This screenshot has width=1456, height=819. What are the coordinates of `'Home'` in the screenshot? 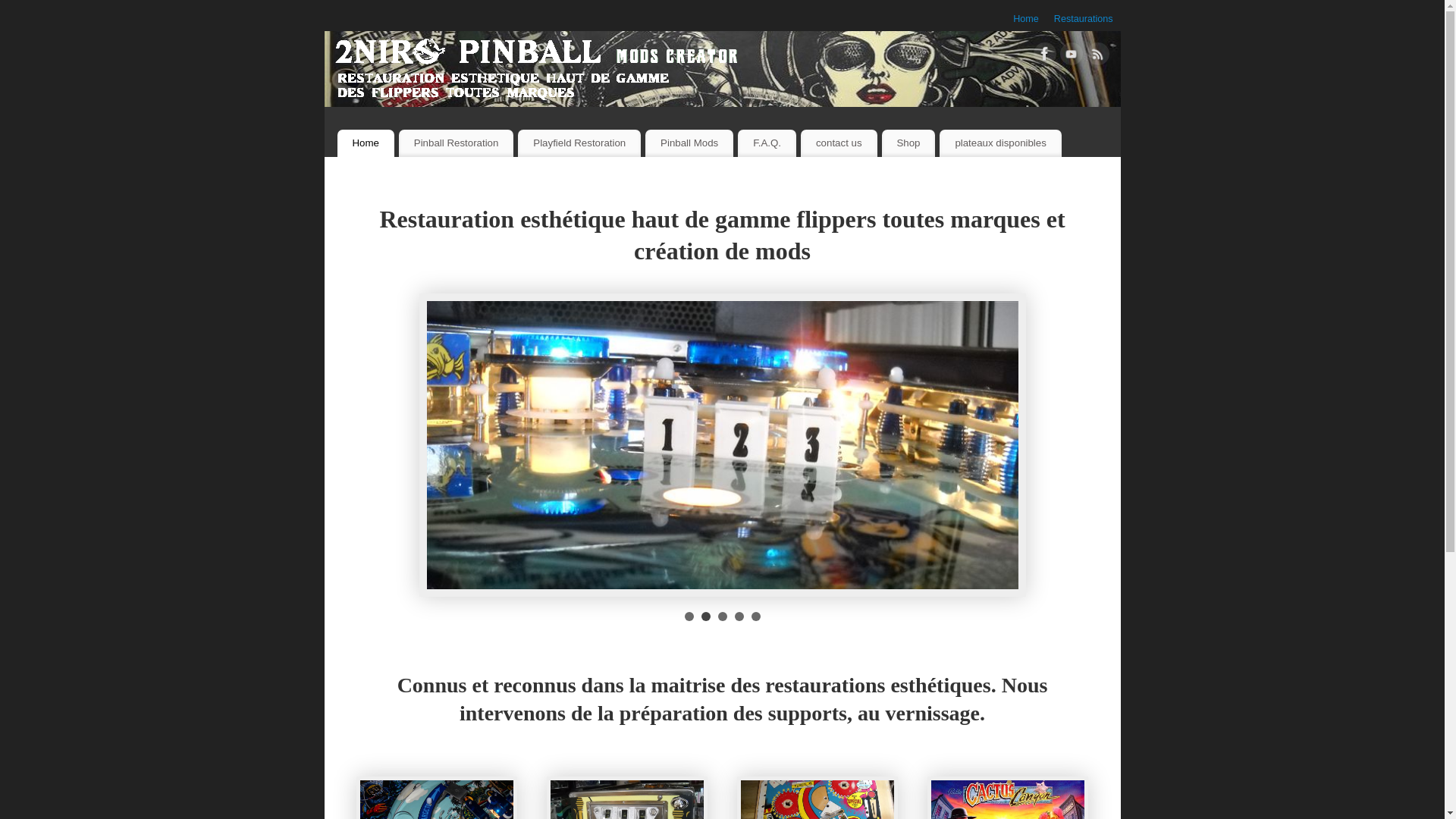 It's located at (1026, 18).